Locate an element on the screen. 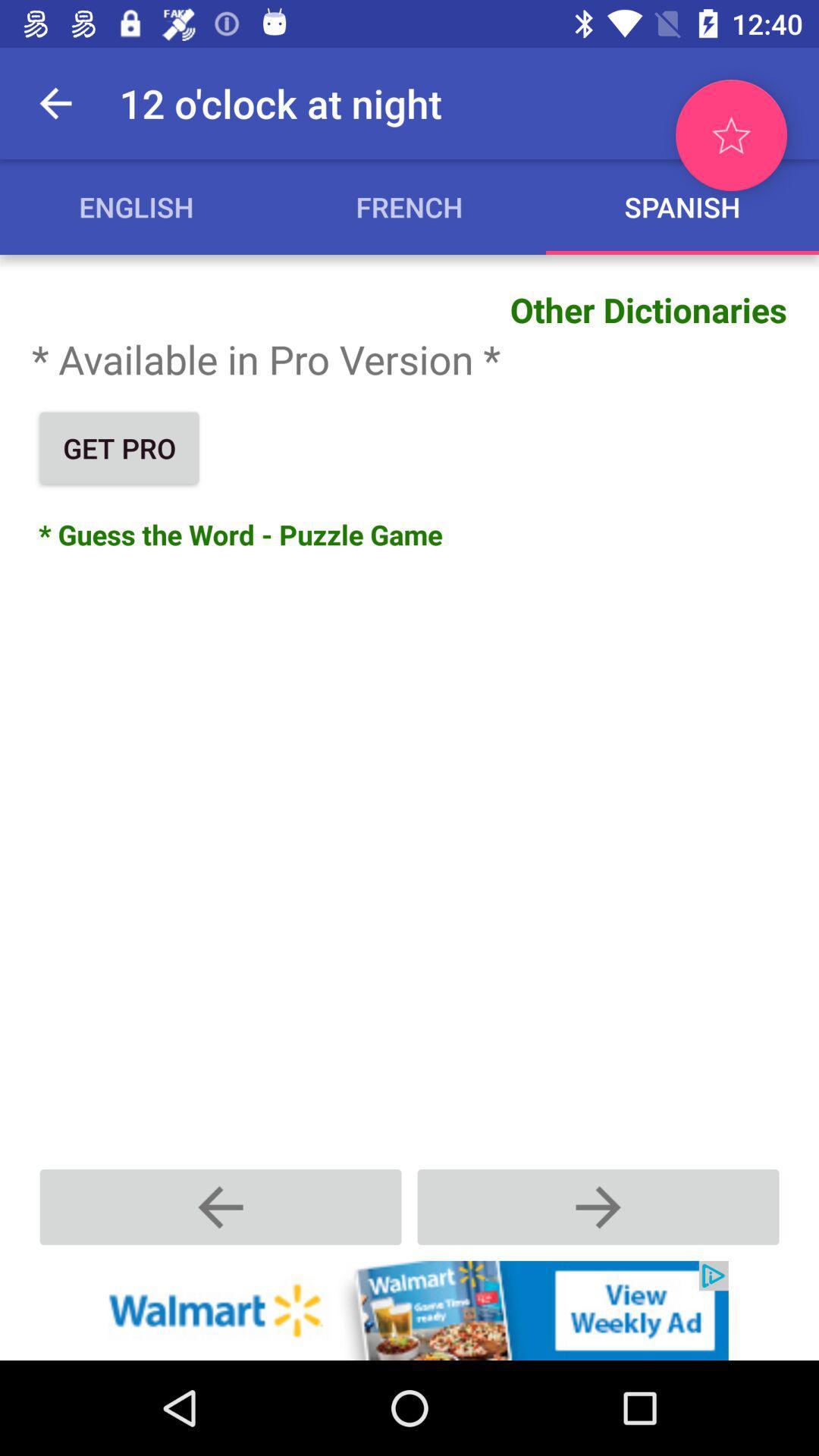 The image size is (819, 1456). the next page is located at coordinates (598, 1206).